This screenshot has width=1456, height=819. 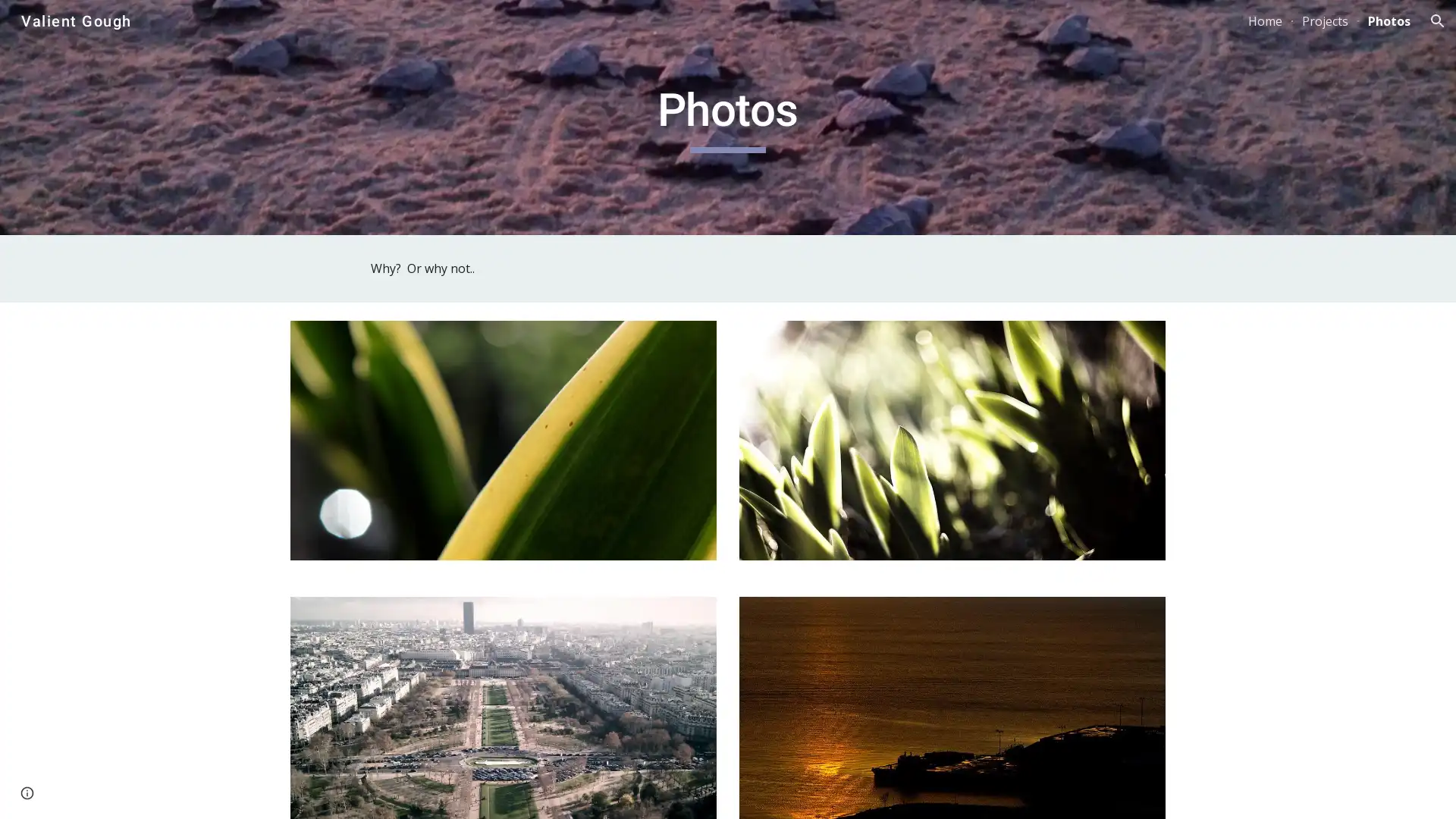 I want to click on Report abuse, so click(x=182, y=792).